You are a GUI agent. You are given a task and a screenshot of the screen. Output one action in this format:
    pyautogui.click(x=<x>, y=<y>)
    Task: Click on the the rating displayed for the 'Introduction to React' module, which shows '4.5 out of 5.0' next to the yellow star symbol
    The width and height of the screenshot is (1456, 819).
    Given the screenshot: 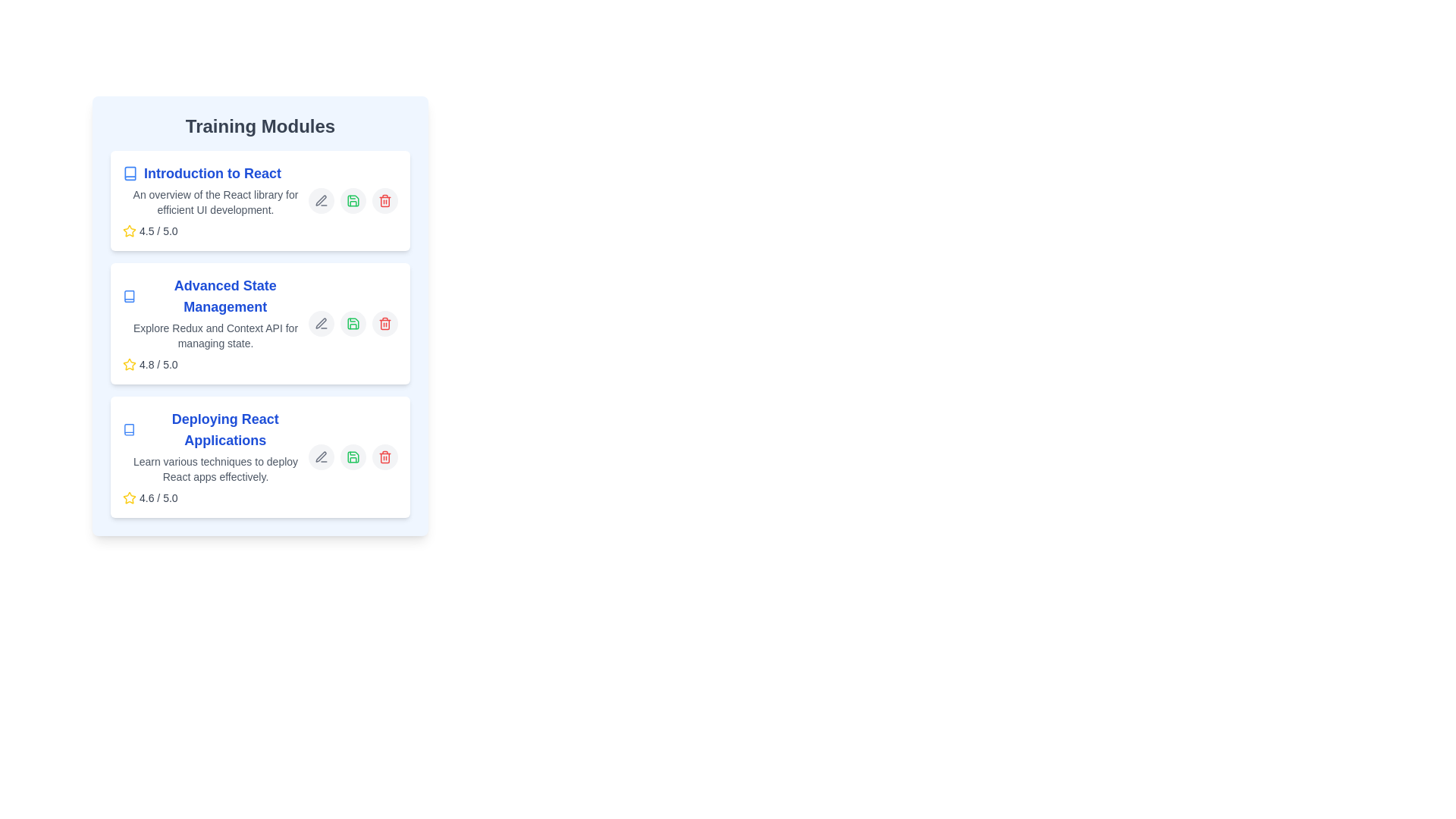 What is the action you would take?
    pyautogui.click(x=158, y=231)
    